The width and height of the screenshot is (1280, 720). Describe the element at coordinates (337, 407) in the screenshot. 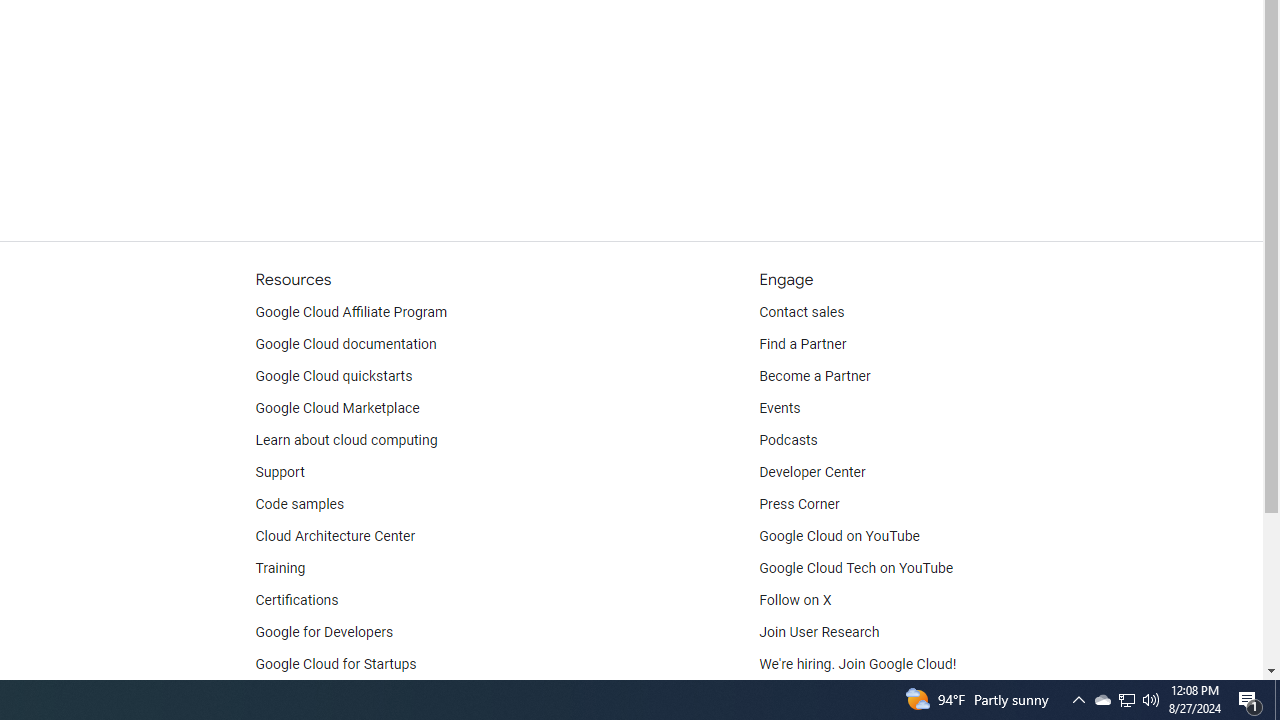

I see `'Google Cloud Marketplace'` at that location.